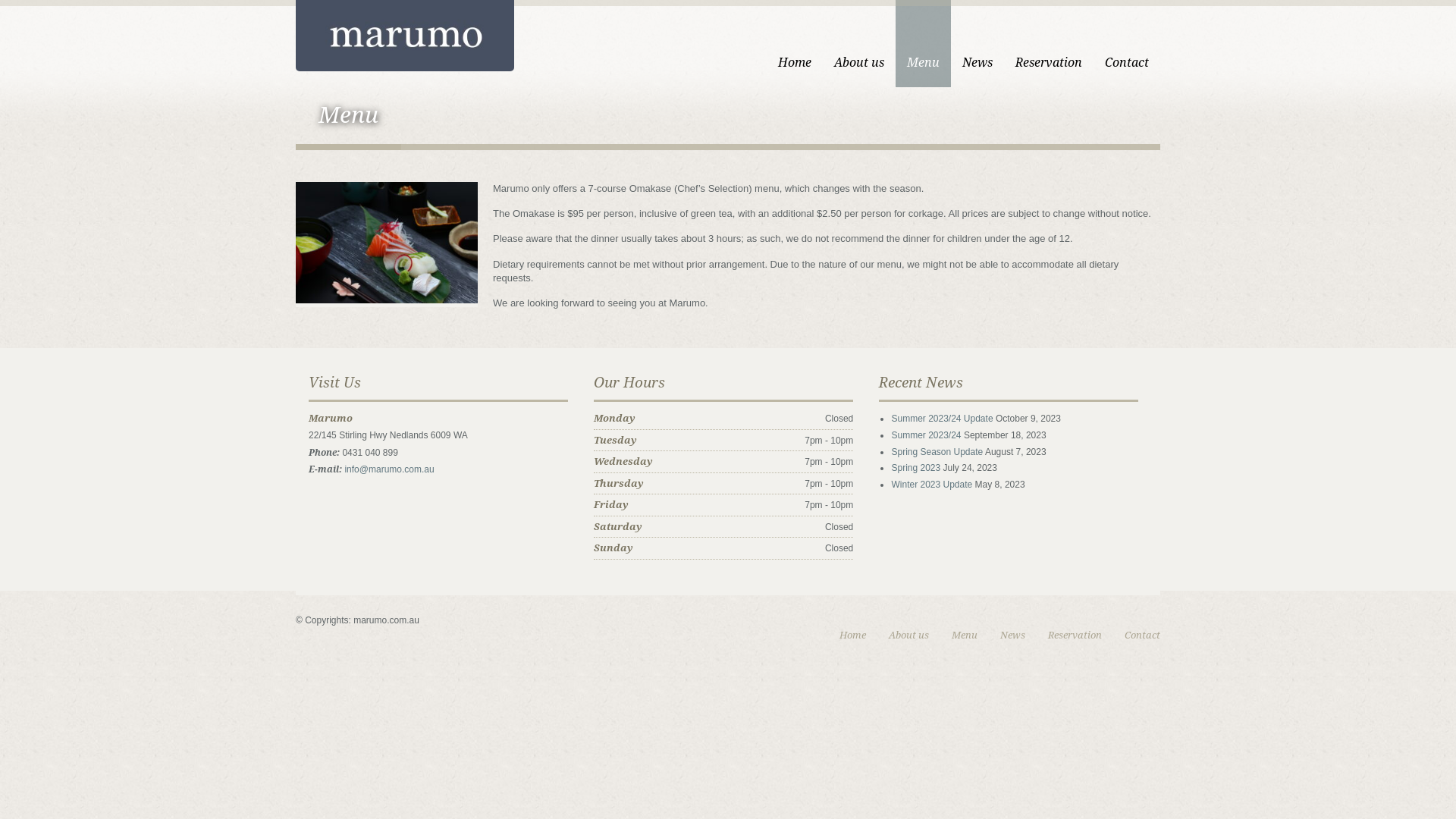 This screenshot has width=1456, height=819. Describe the element at coordinates (895, 42) in the screenshot. I see `'Menu'` at that location.